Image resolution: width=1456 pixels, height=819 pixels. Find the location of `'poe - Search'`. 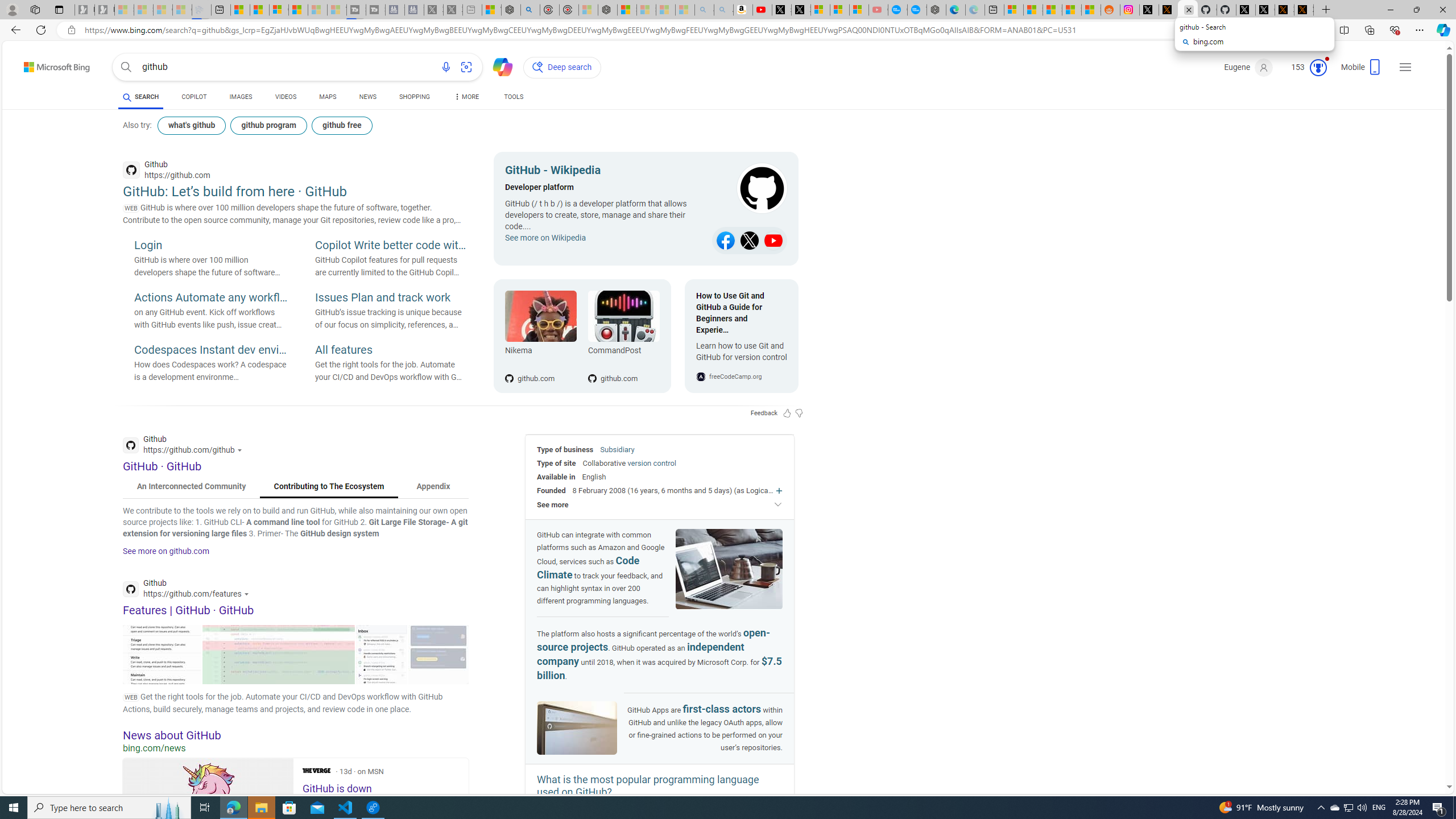

'poe - Search' is located at coordinates (529, 9).